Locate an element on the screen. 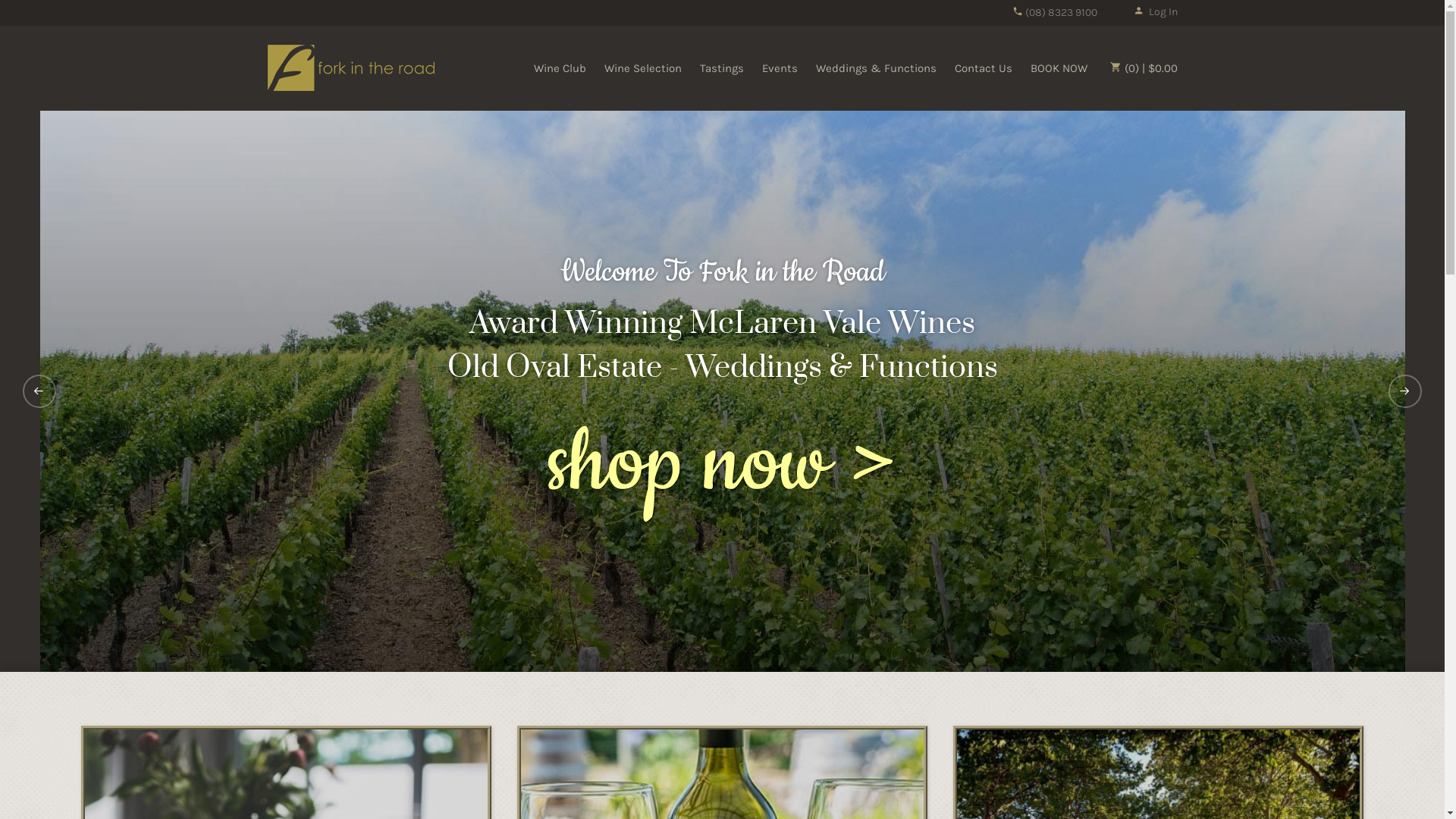 This screenshot has width=1456, height=819. 'Fork In The Road Wines' is located at coordinates (349, 66).